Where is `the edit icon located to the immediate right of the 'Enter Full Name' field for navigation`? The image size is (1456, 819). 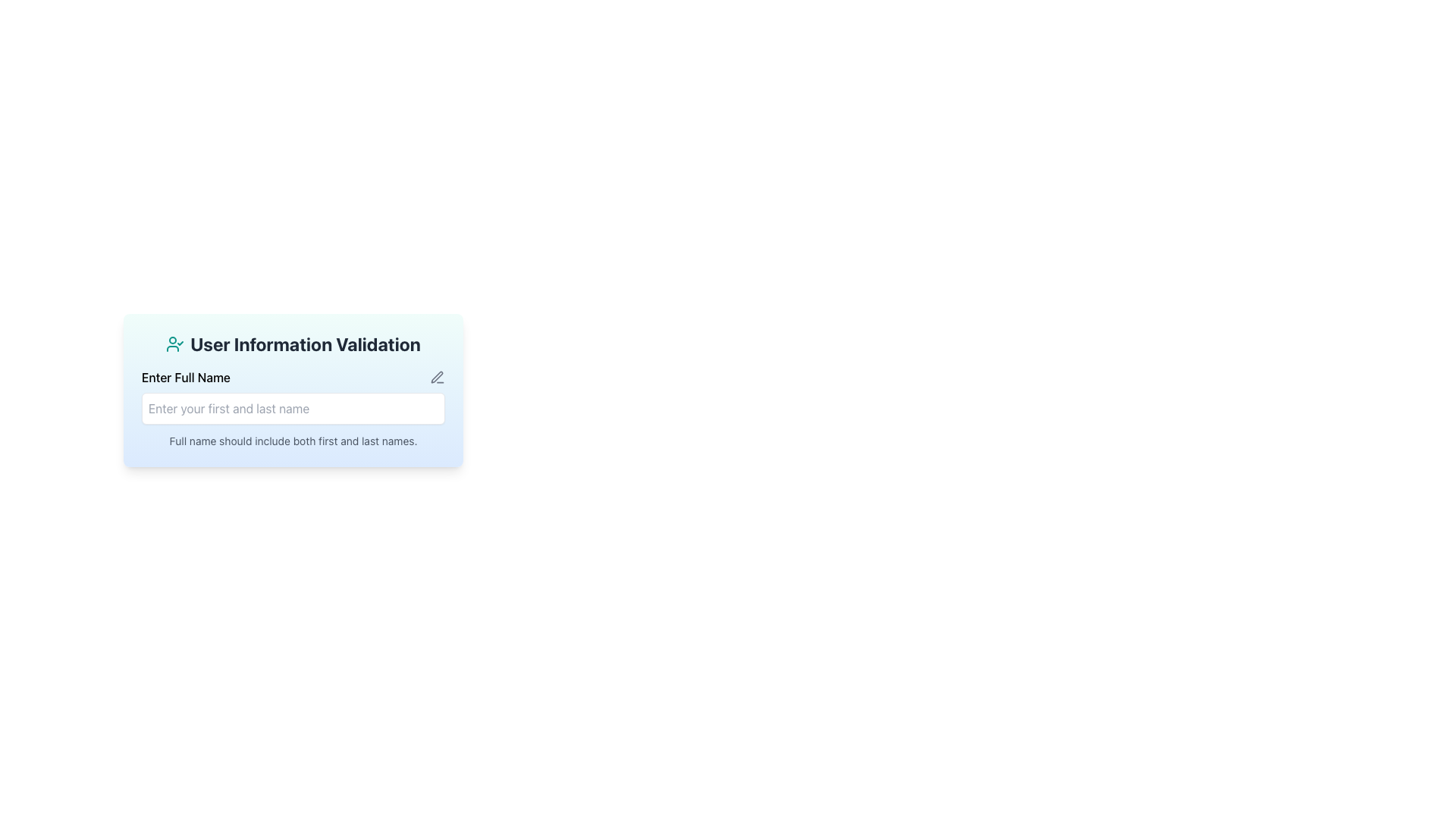
the edit icon located to the immediate right of the 'Enter Full Name' field for navigation is located at coordinates (436, 376).